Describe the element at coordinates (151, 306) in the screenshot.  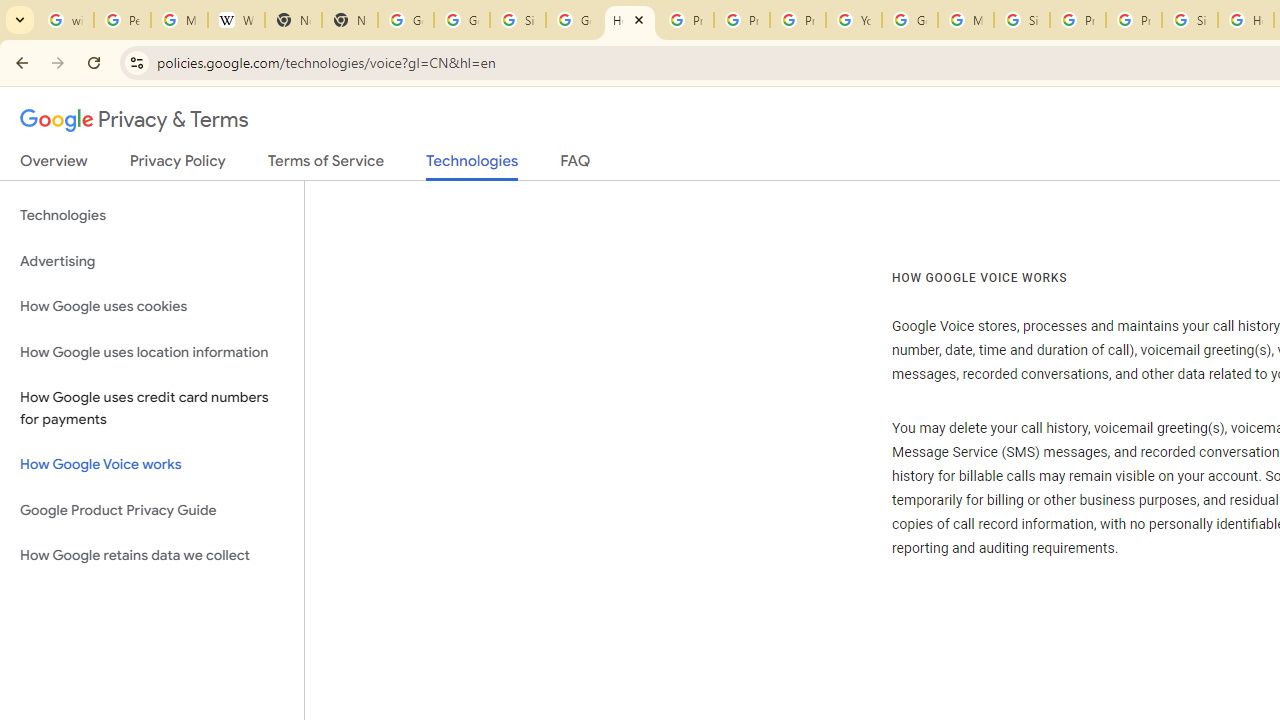
I see `'How Google uses cookies'` at that location.